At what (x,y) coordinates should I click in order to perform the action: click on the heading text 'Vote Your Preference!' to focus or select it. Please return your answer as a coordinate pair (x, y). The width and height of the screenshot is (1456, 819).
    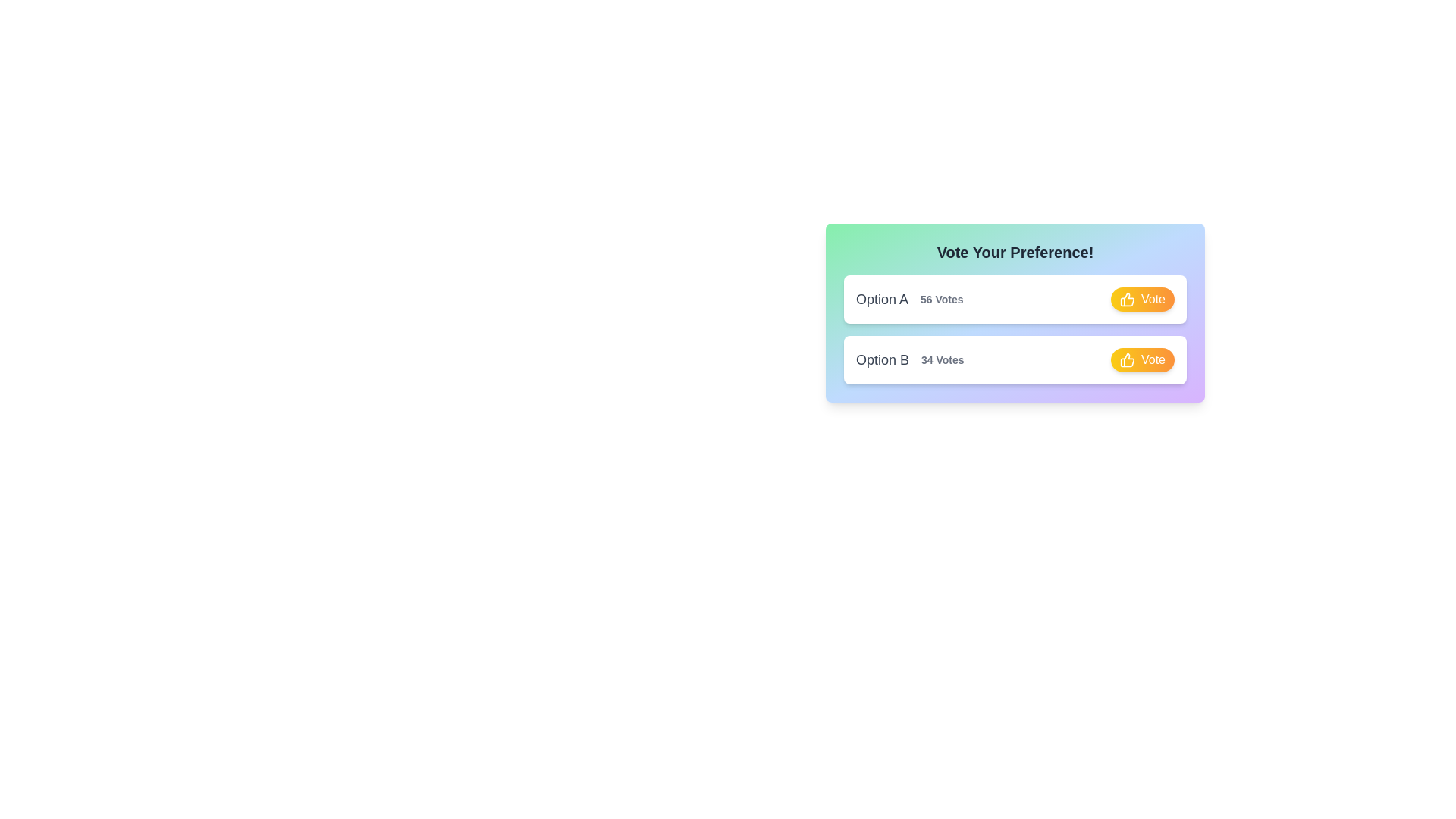
    Looking at the image, I should click on (1015, 251).